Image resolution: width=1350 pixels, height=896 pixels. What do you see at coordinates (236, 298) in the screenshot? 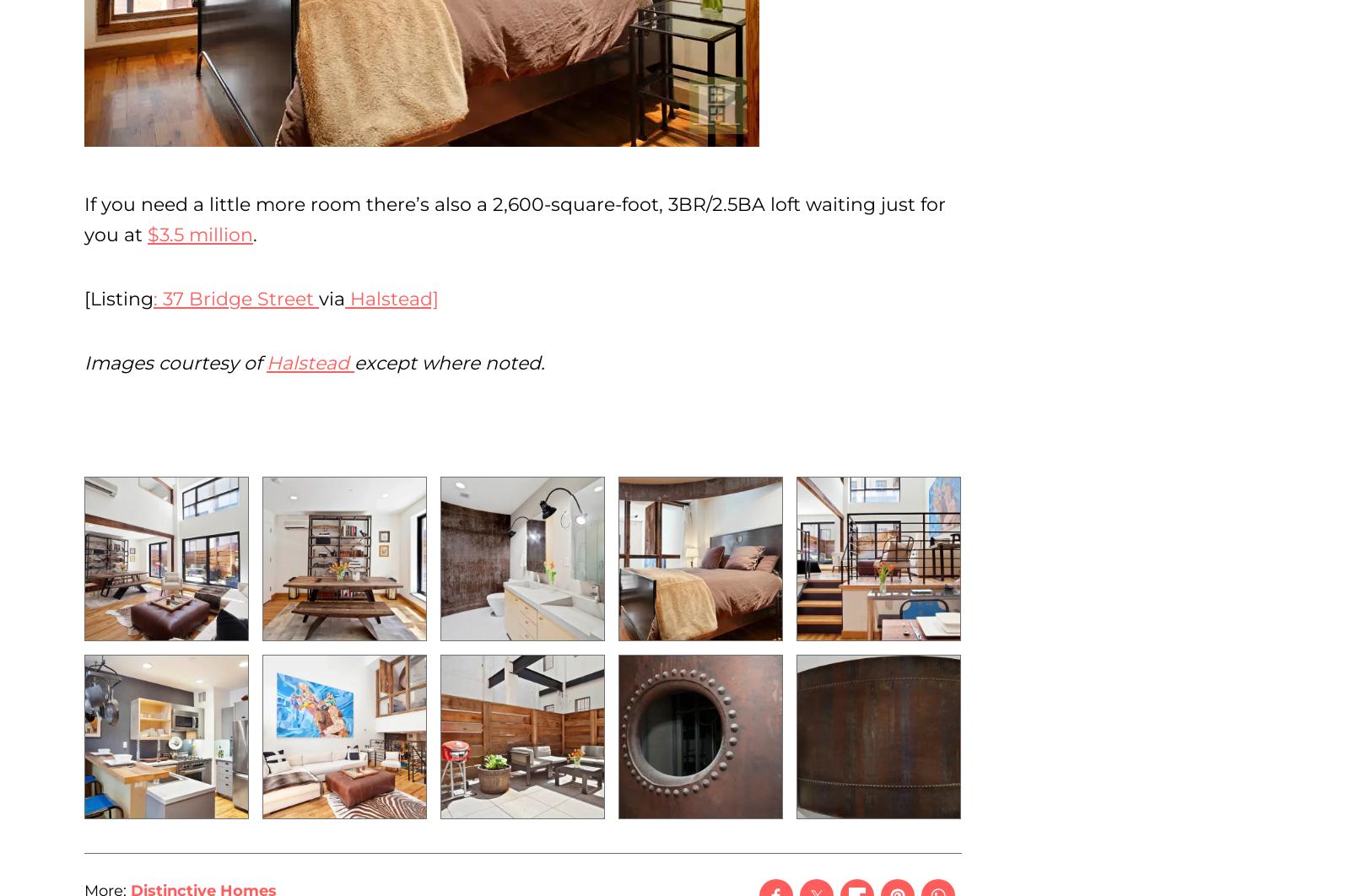
I see `': 37 Bridge Street'` at bounding box center [236, 298].